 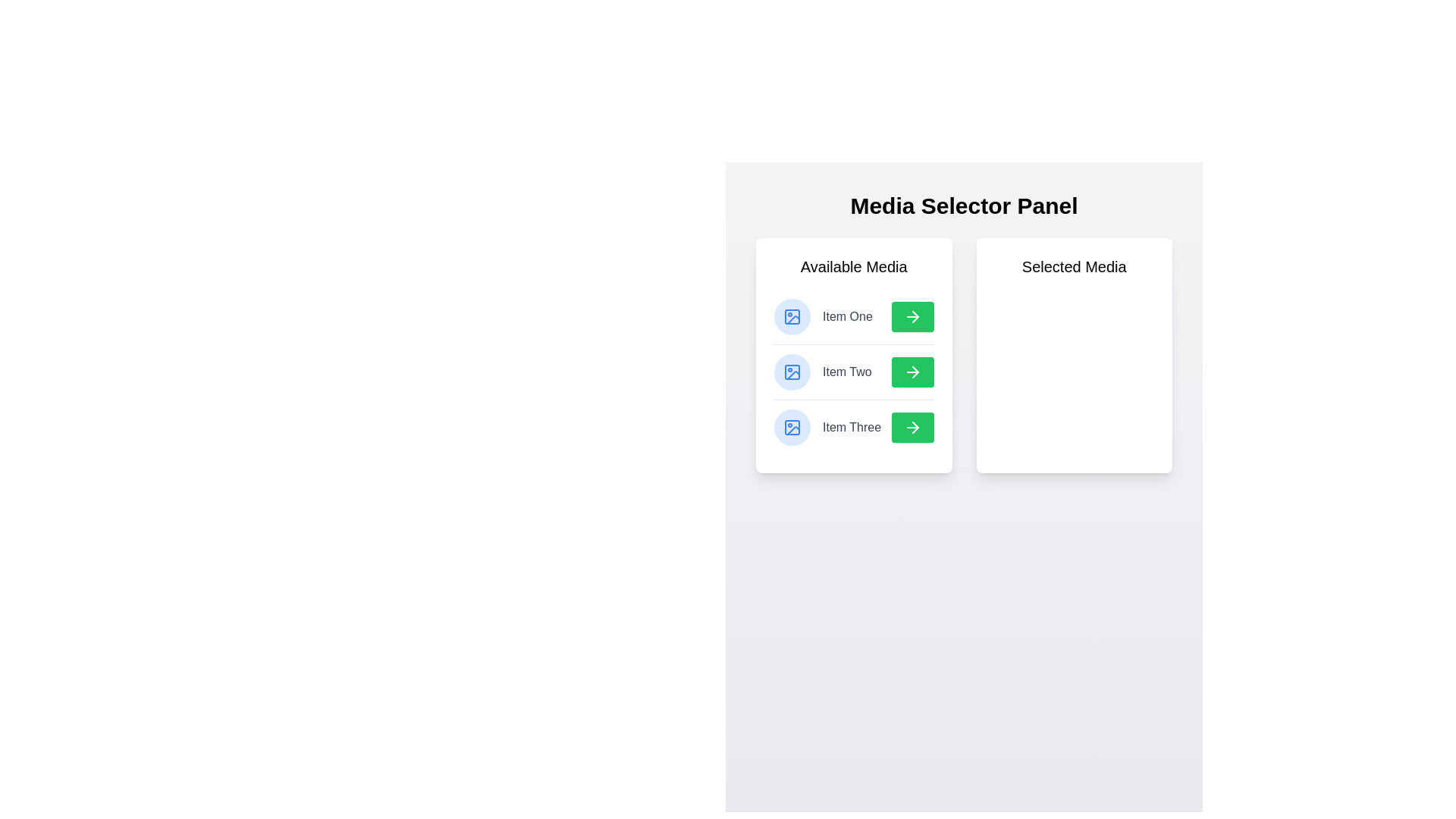 What do you see at coordinates (792, 427) in the screenshot?
I see `the light-blue circular button with a landscape icon located to the left of the text 'Item Three' in the 'Available Media' section` at bounding box center [792, 427].